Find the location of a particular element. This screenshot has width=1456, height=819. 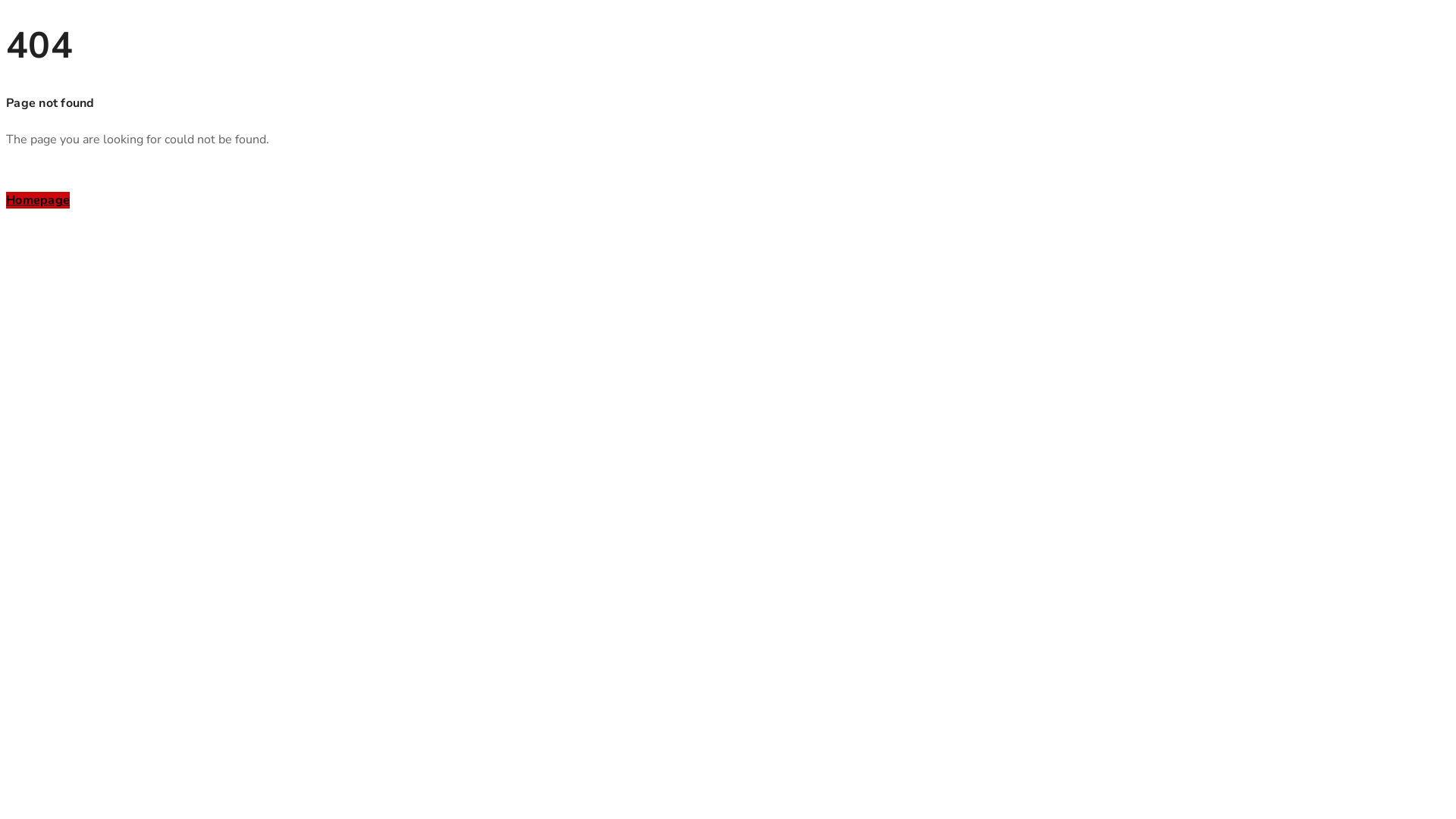

'Homepage' is located at coordinates (6, 199).